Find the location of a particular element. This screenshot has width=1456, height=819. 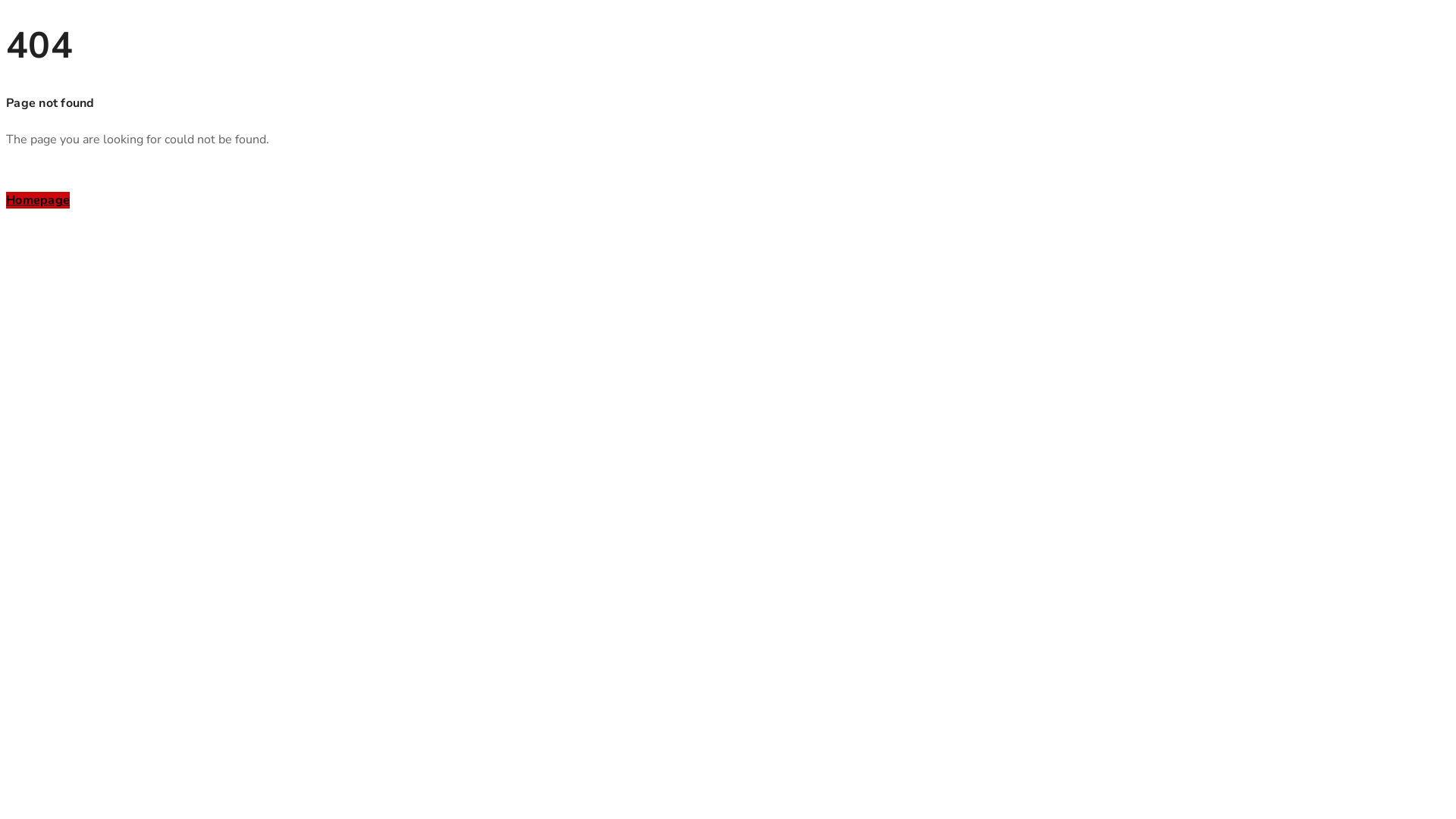

'Homepage' is located at coordinates (6, 199).